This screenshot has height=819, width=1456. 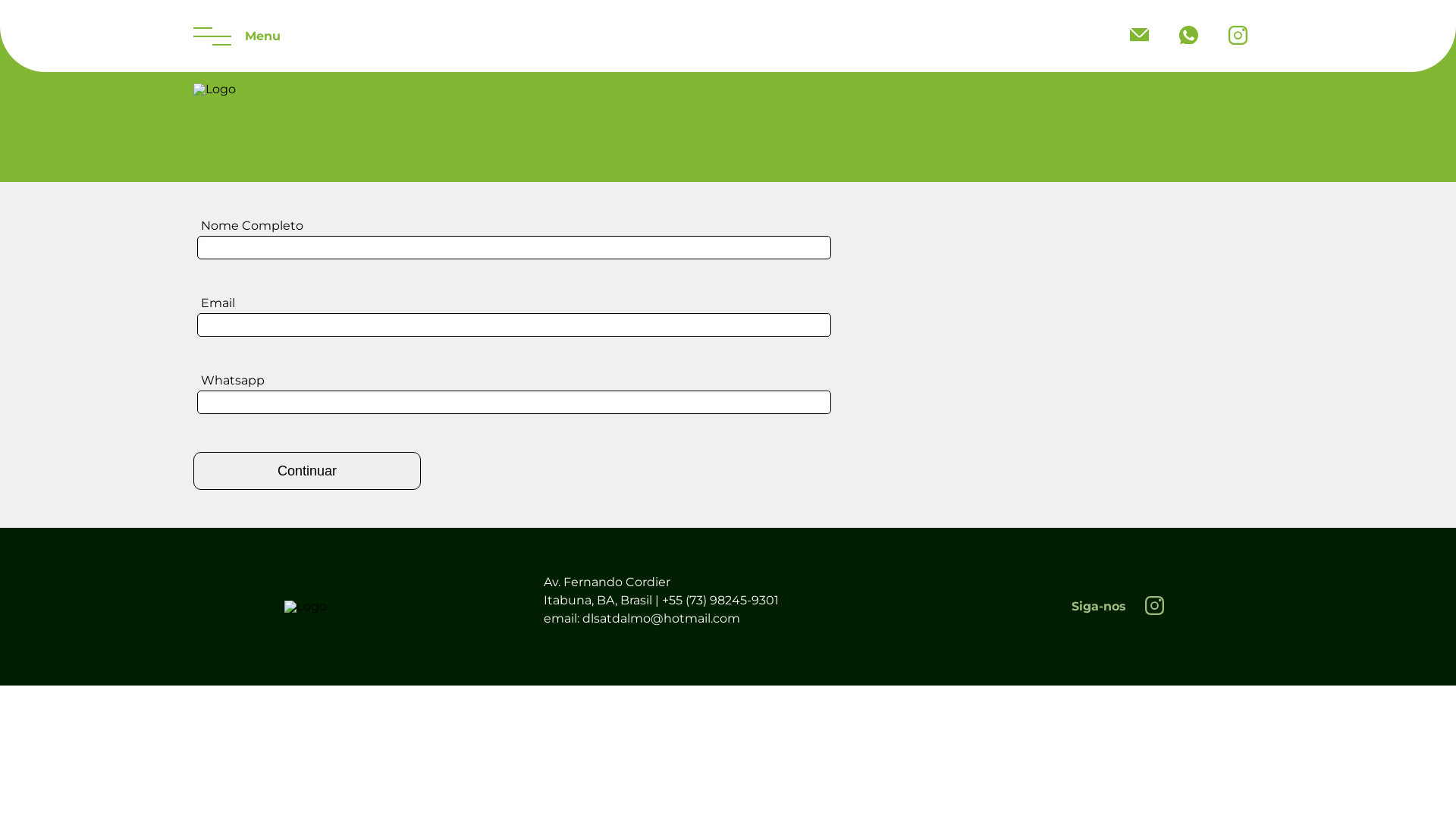 I want to click on 'Continuar', so click(x=306, y=470).